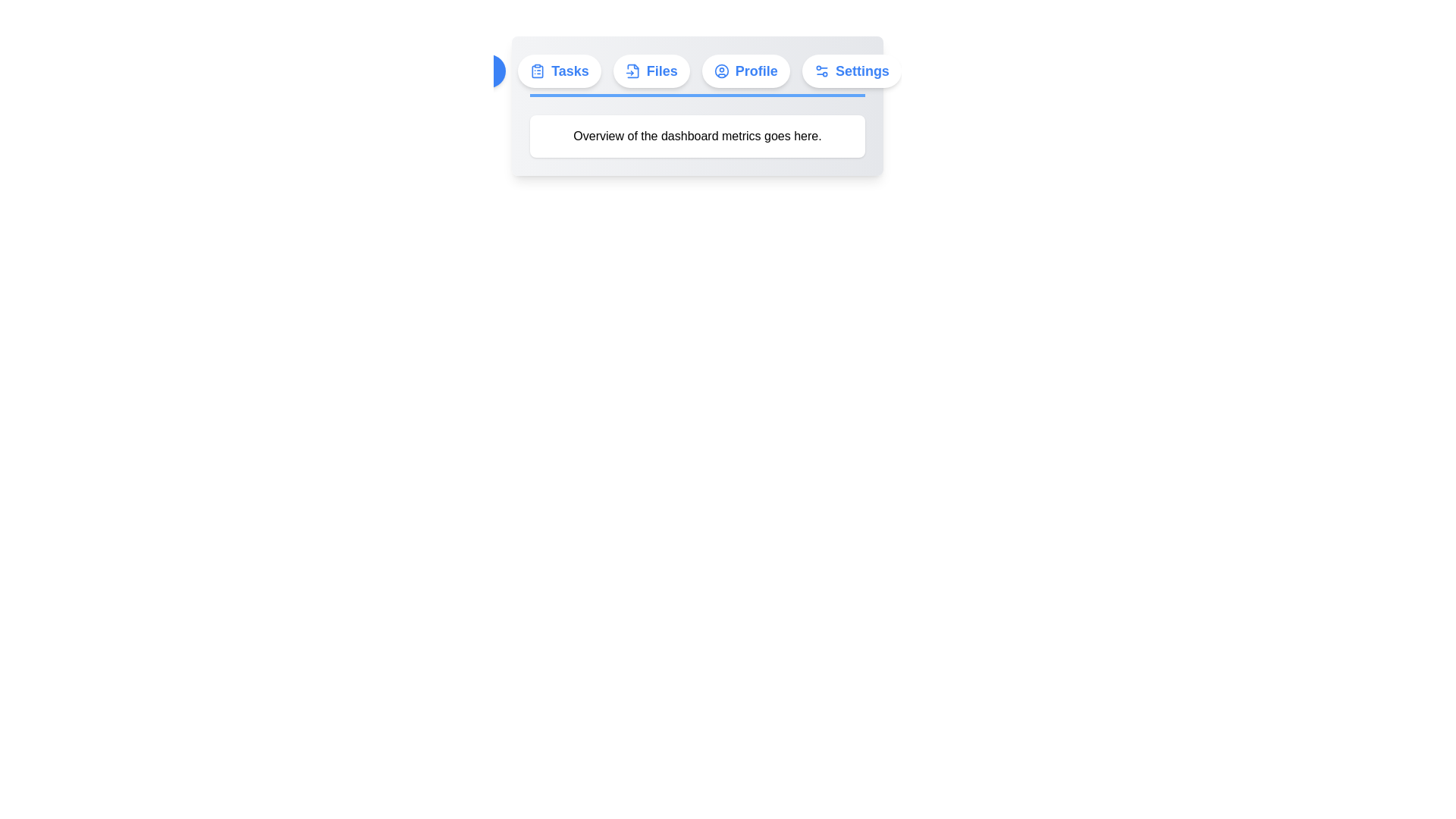 Image resolution: width=1456 pixels, height=819 pixels. Describe the element at coordinates (745, 71) in the screenshot. I see `the user profile button located in the navigation bar, positioned between the 'Files' and 'Settings' buttons to trigger a hover effect` at that location.